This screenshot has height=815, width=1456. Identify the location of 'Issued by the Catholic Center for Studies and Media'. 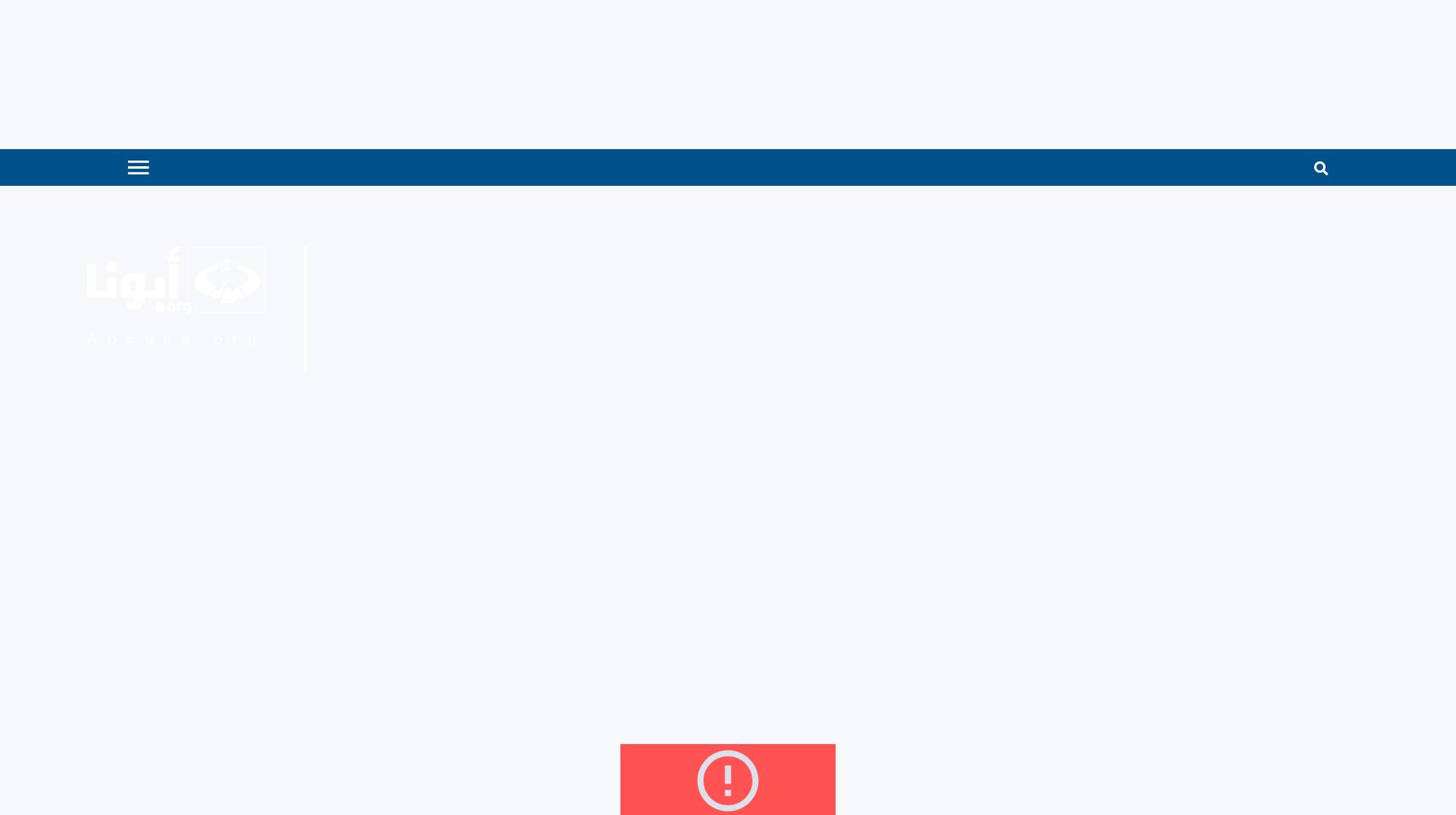
(443, 269).